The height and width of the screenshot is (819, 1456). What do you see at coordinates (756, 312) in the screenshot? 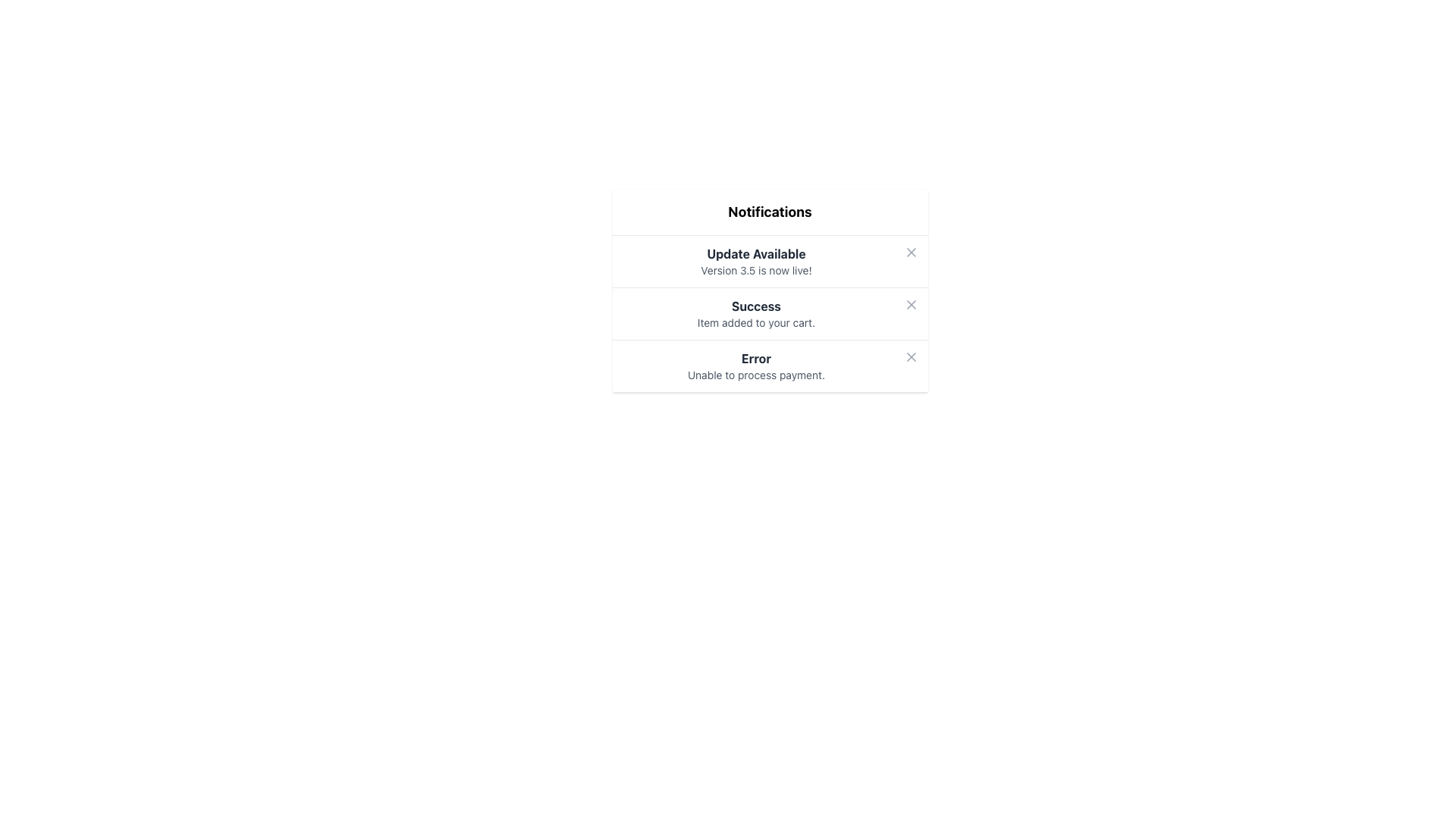
I see `the second notification item in the notification banner that indicates a successful addition of an item to the cart` at bounding box center [756, 312].